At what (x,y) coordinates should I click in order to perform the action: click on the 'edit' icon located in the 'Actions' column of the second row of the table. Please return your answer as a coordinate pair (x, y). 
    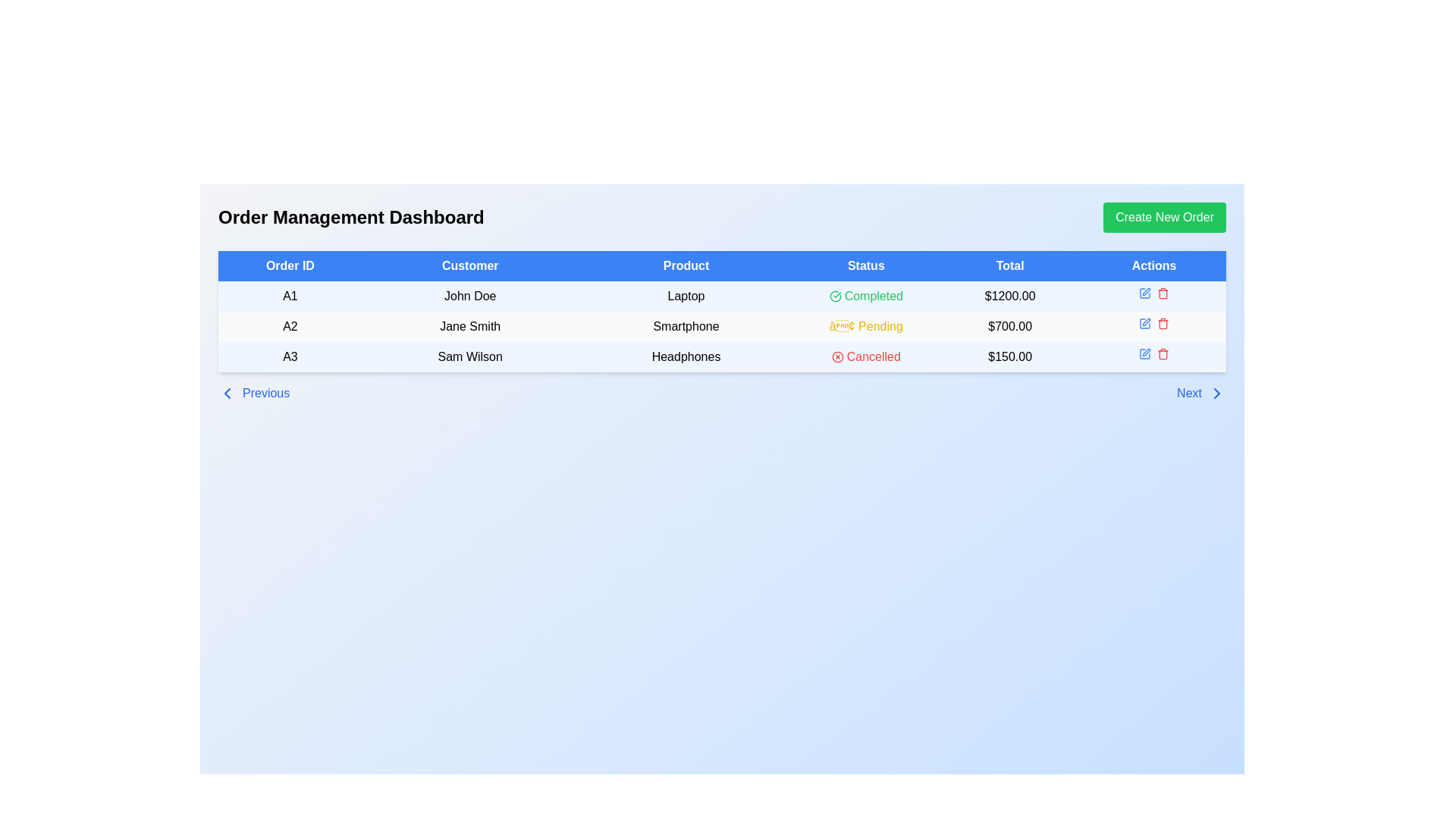
    Looking at the image, I should click on (1145, 323).